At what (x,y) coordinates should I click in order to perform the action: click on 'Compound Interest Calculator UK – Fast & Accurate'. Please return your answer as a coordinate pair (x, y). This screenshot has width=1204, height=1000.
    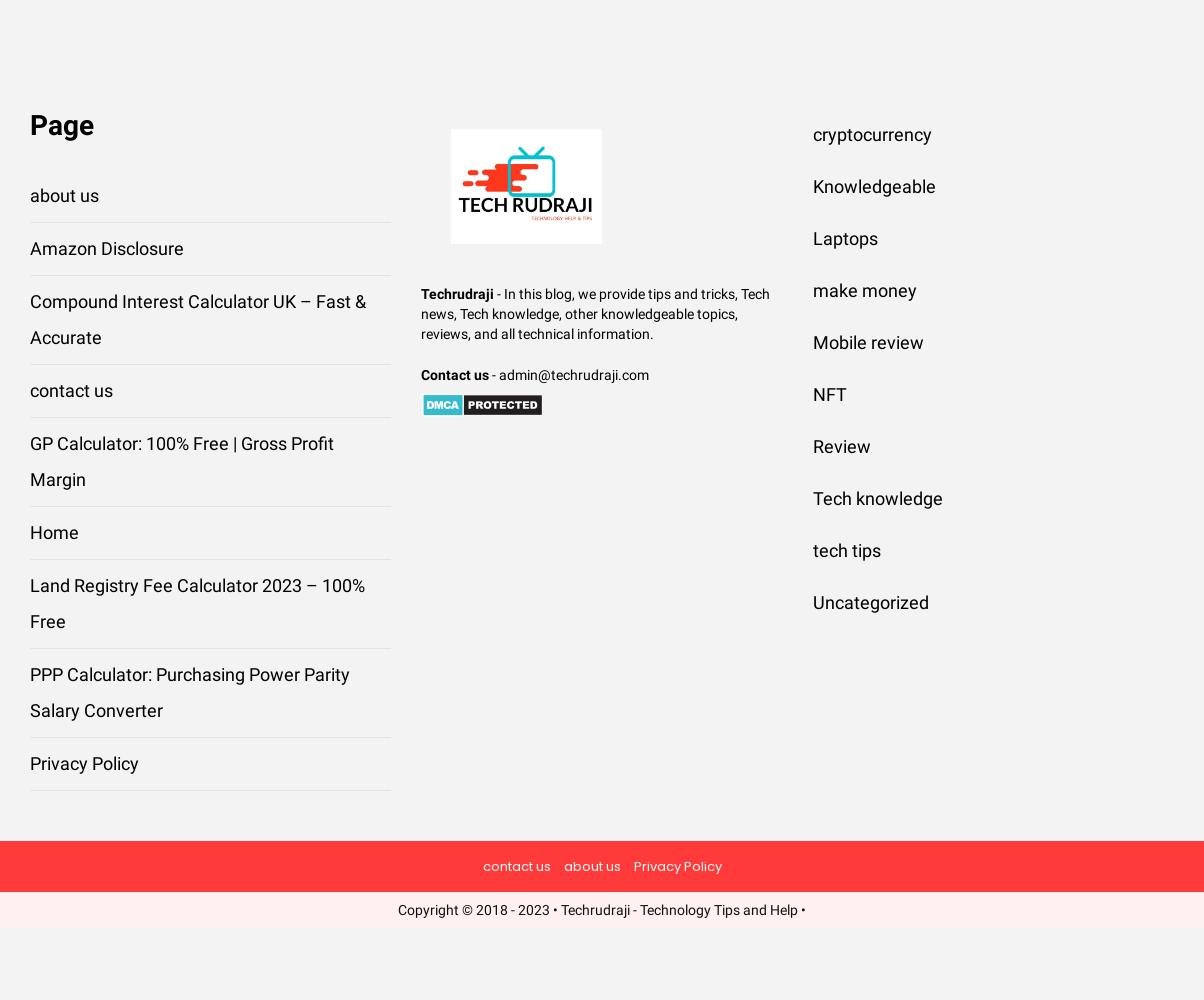
    Looking at the image, I should click on (198, 318).